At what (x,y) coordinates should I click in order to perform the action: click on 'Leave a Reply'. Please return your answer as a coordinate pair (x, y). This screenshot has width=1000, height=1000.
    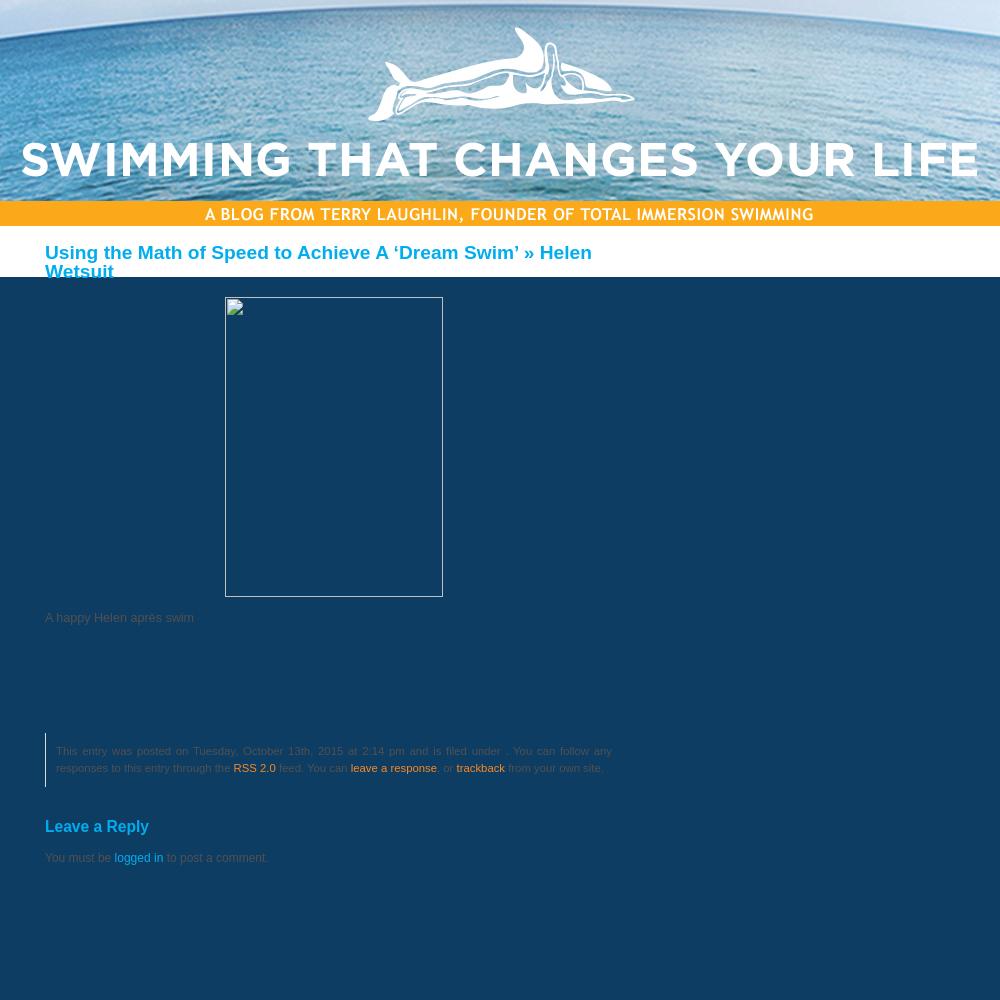
    Looking at the image, I should click on (96, 825).